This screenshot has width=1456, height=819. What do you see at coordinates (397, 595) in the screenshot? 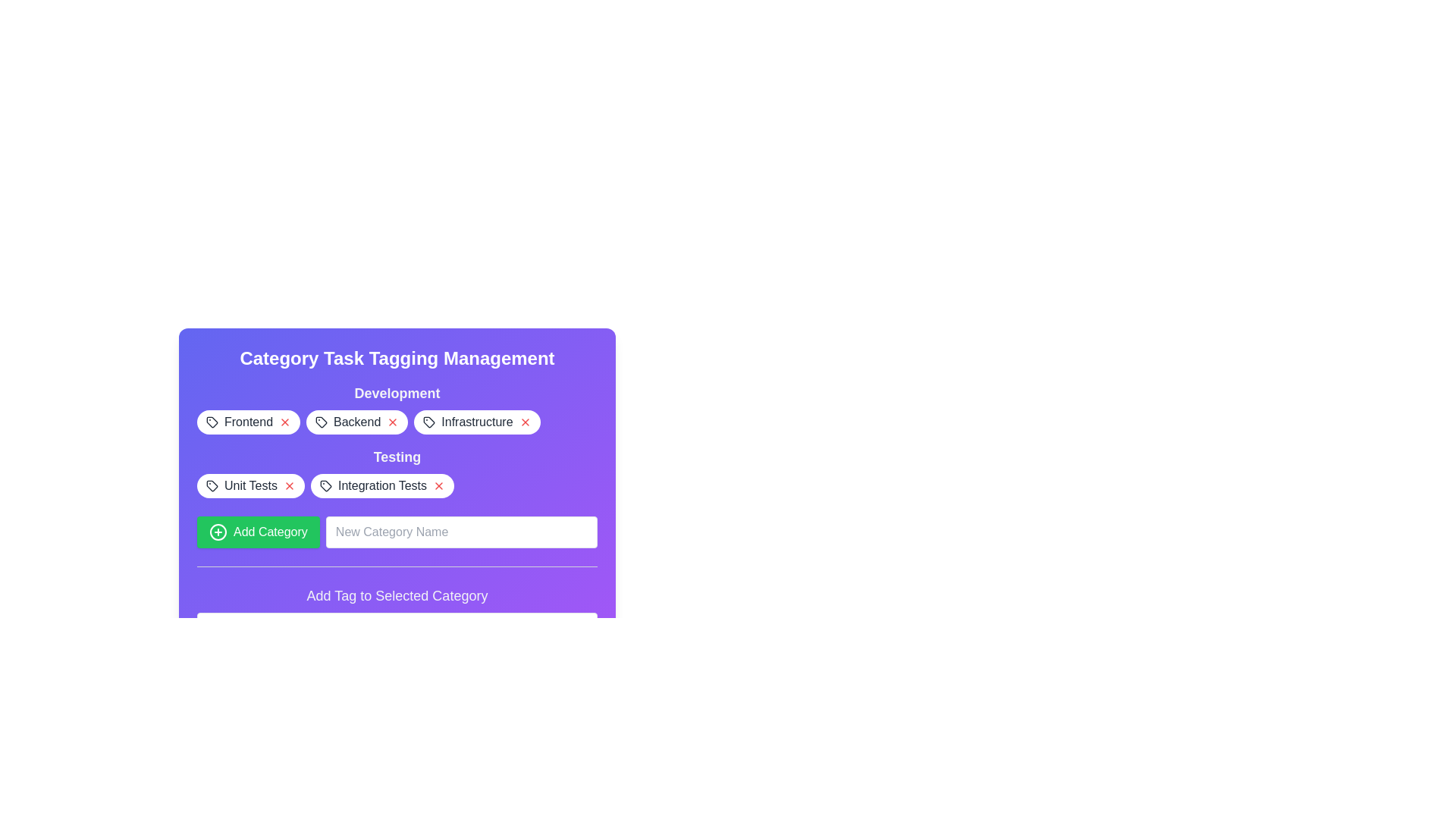
I see `the text label that says 'Add Tag to Selected Category', which is positioned on a purple background above the input field and the button labeled 'Add Tag to First Category'` at bounding box center [397, 595].